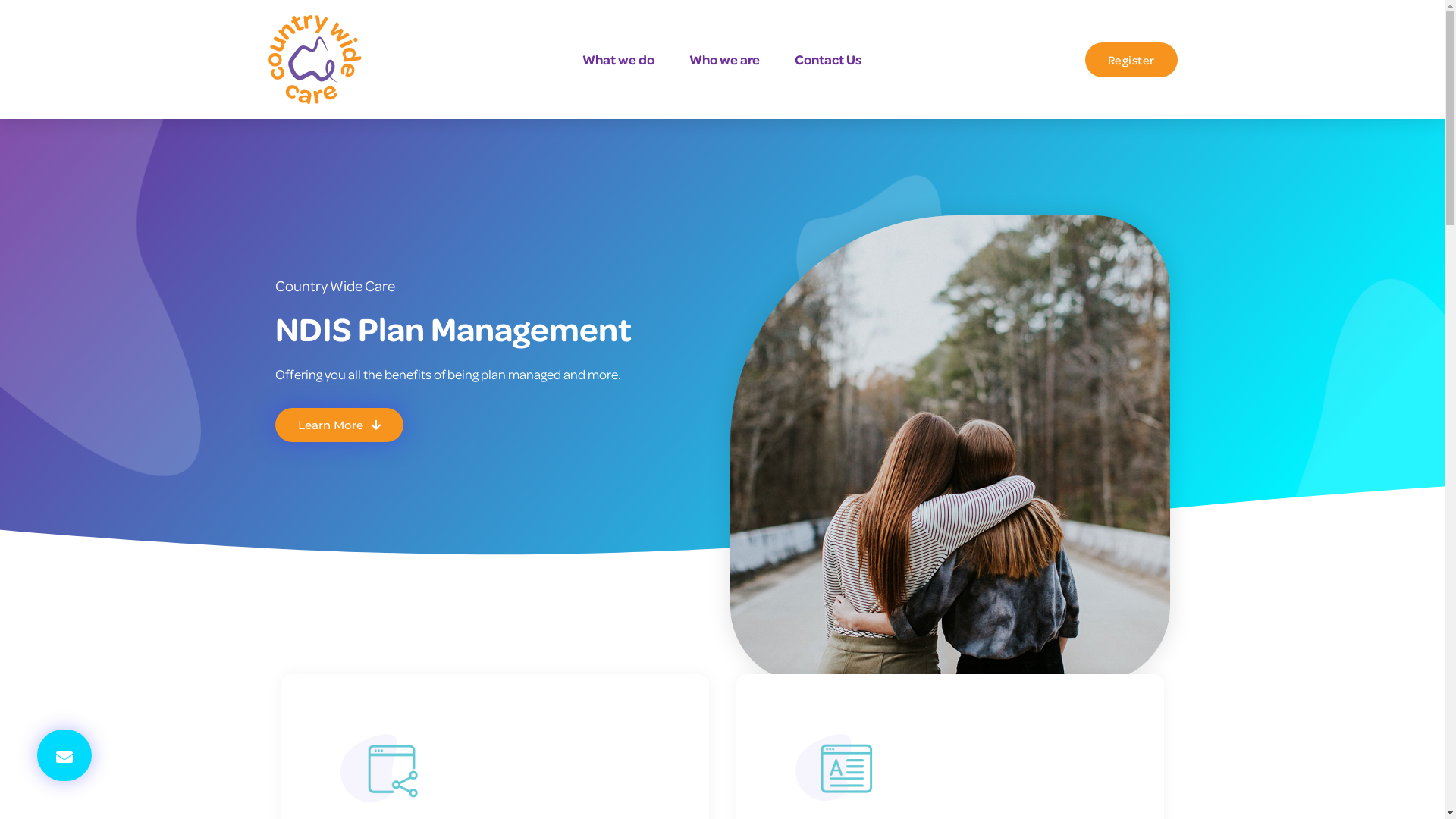 The image size is (1456, 819). Describe the element at coordinates (673, 58) in the screenshot. I see `'Who we are'` at that location.